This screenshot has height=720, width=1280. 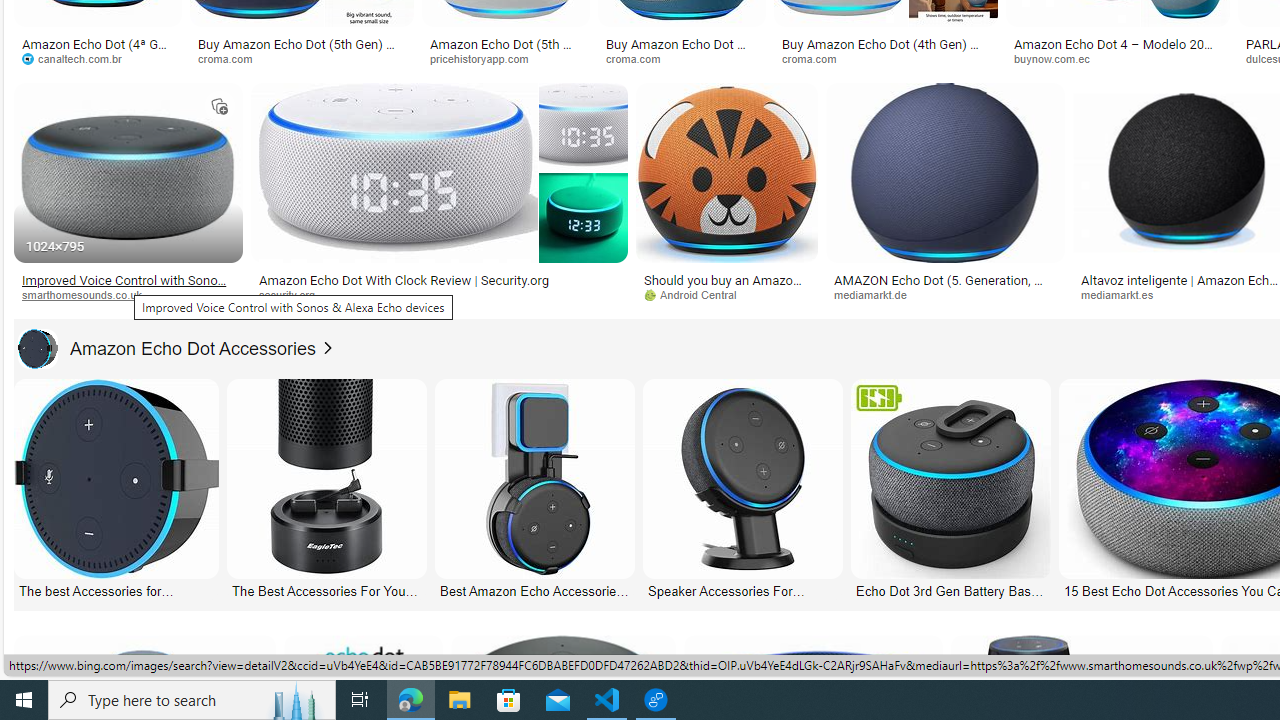 I want to click on 'smarthomesounds.co.uk', so click(x=87, y=294).